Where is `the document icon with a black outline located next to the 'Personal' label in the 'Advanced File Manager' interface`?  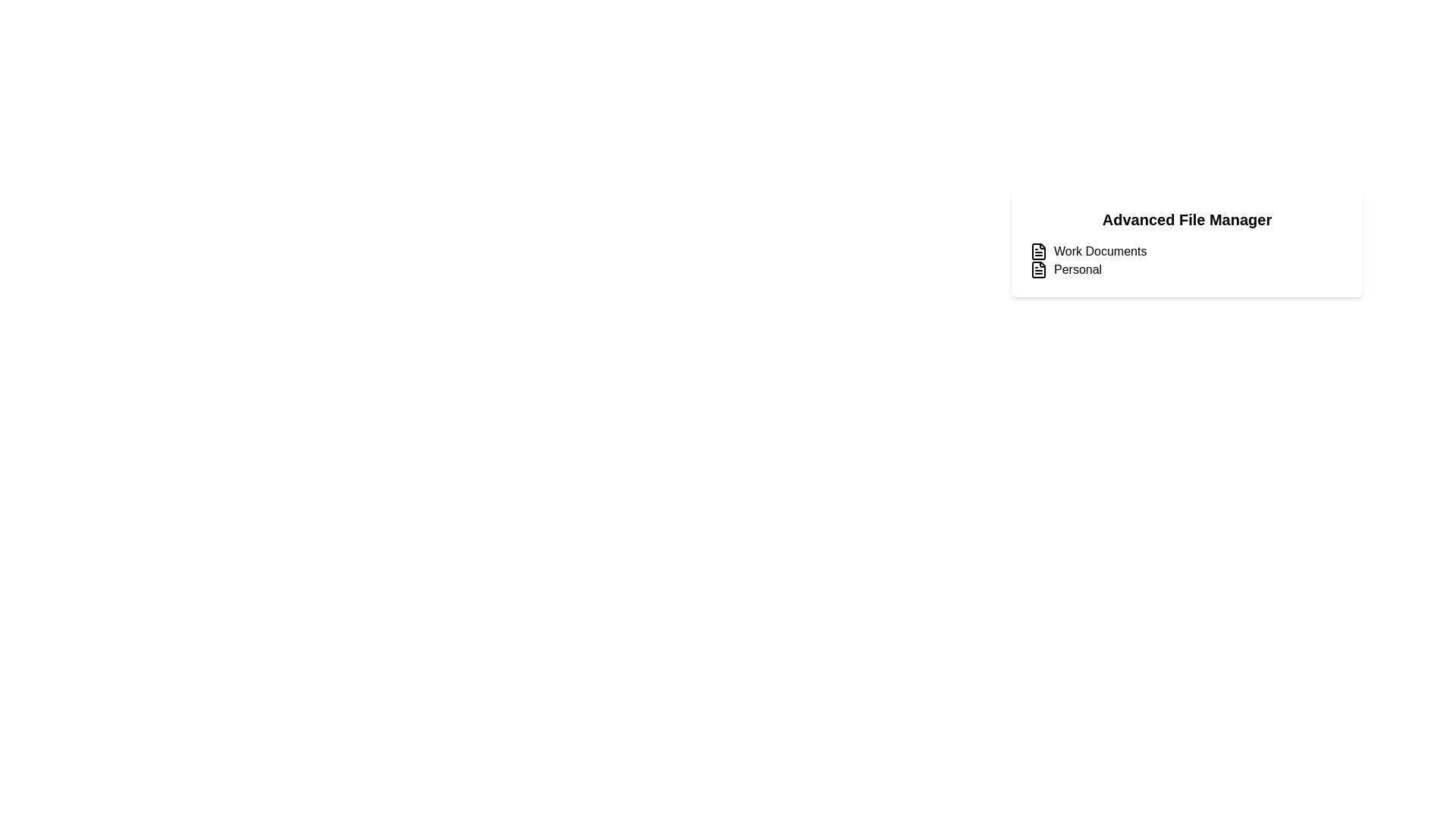 the document icon with a black outline located next to the 'Personal' label in the 'Advanced File Manager' interface is located at coordinates (1037, 268).